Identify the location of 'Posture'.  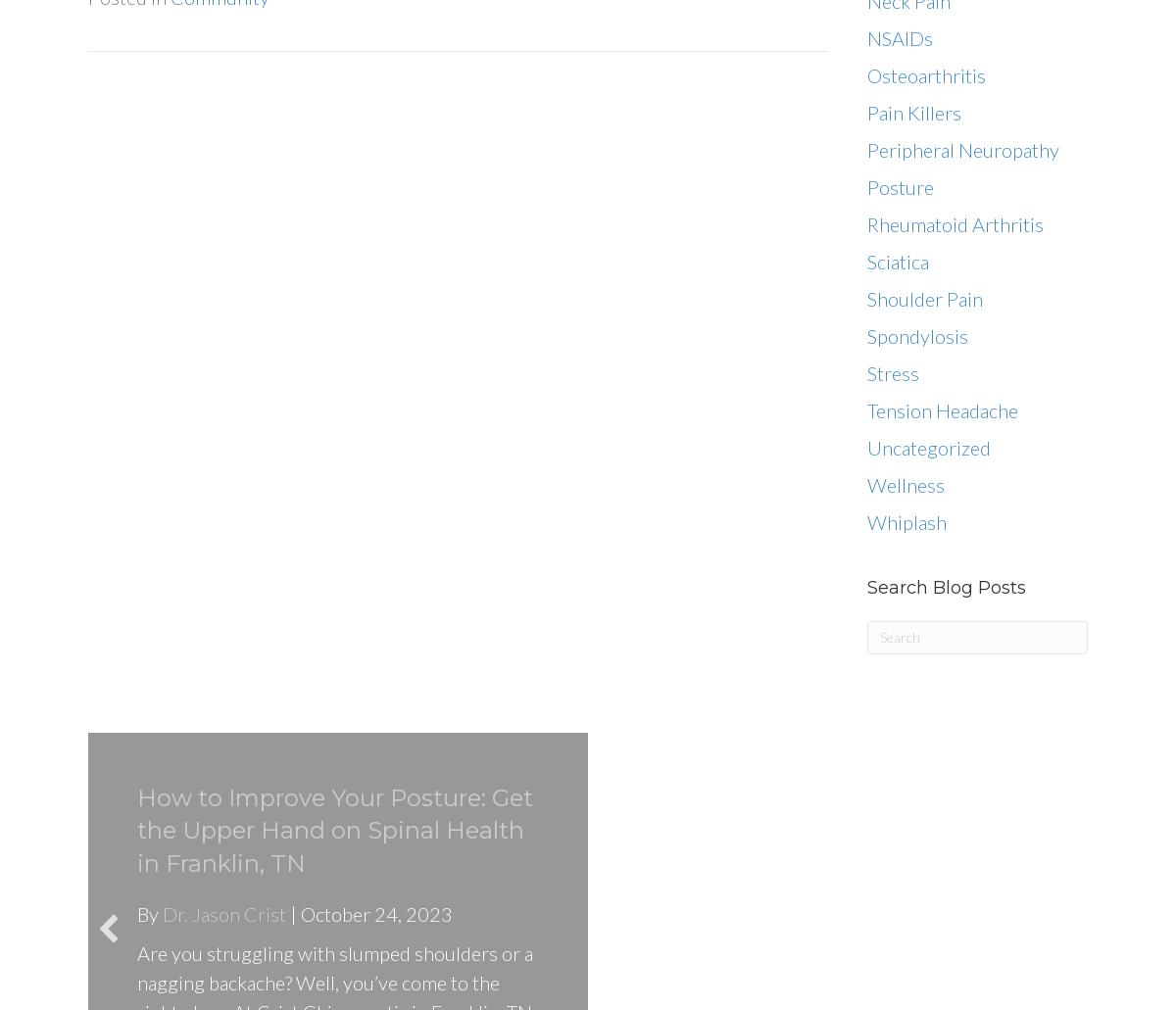
(900, 186).